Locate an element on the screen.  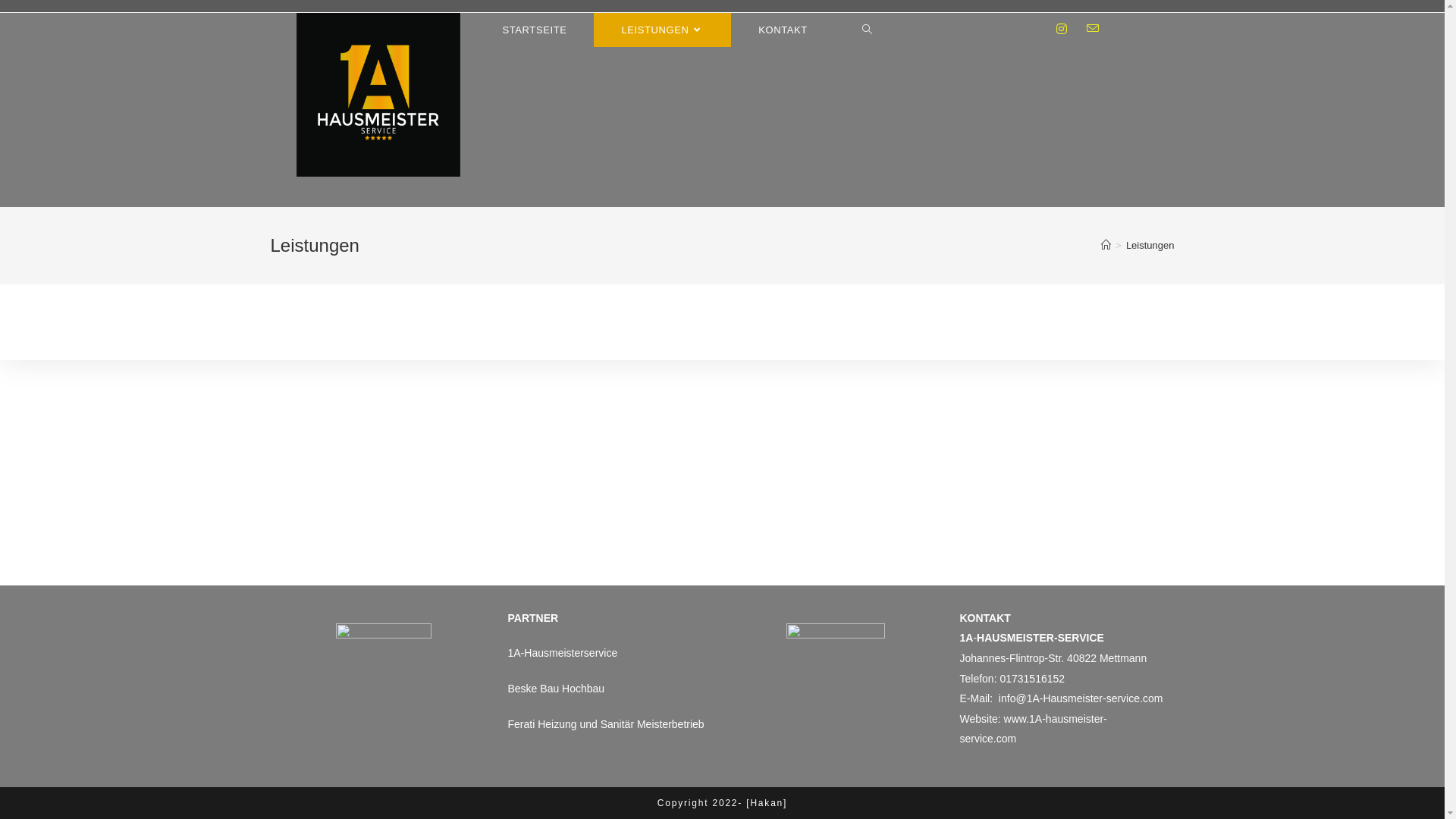
'www.1A-hausmeister-service.com' is located at coordinates (1033, 728).